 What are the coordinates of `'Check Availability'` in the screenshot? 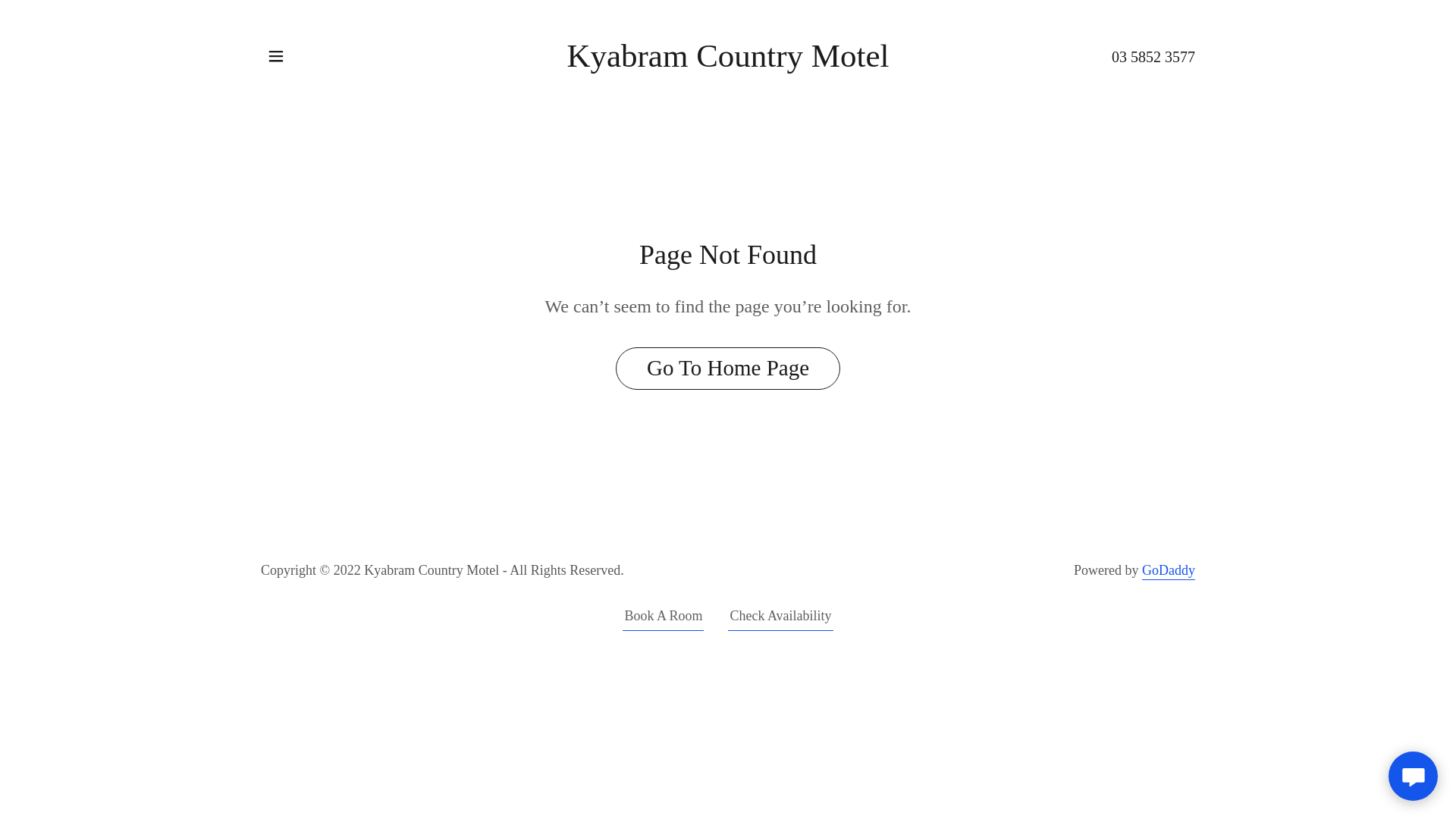 It's located at (780, 619).